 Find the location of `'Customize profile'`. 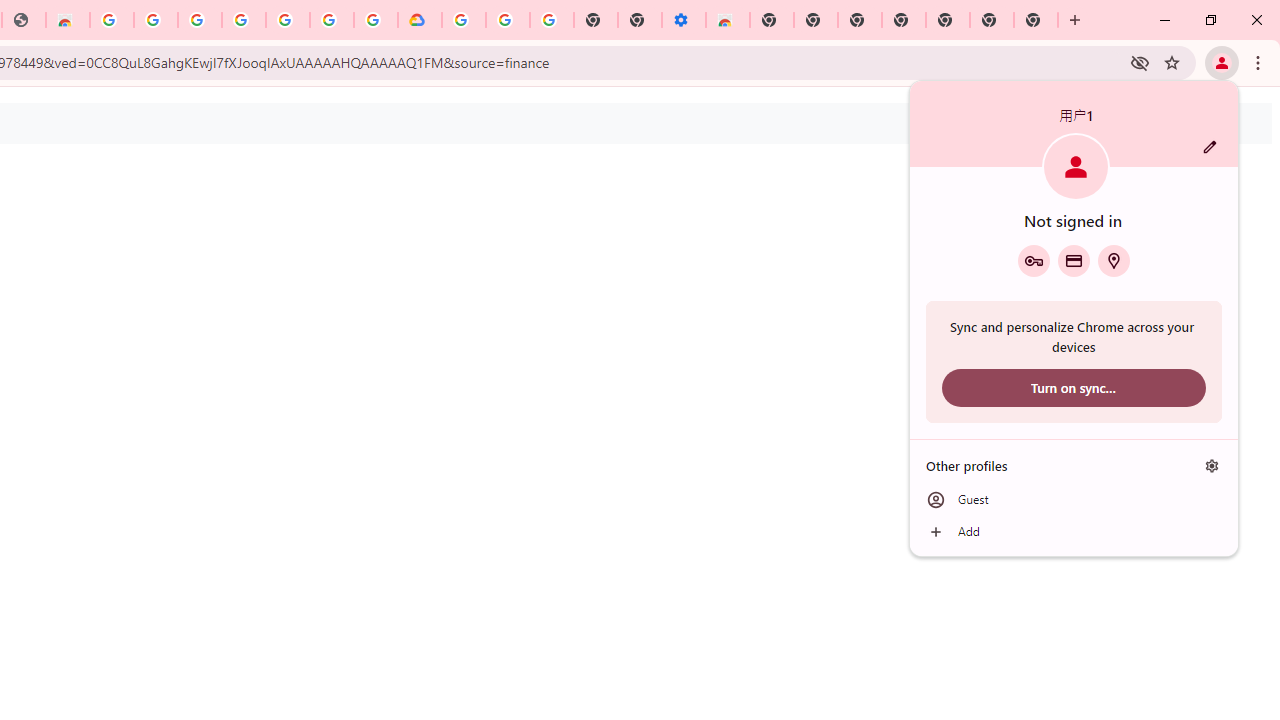

'Customize profile' is located at coordinates (1209, 146).